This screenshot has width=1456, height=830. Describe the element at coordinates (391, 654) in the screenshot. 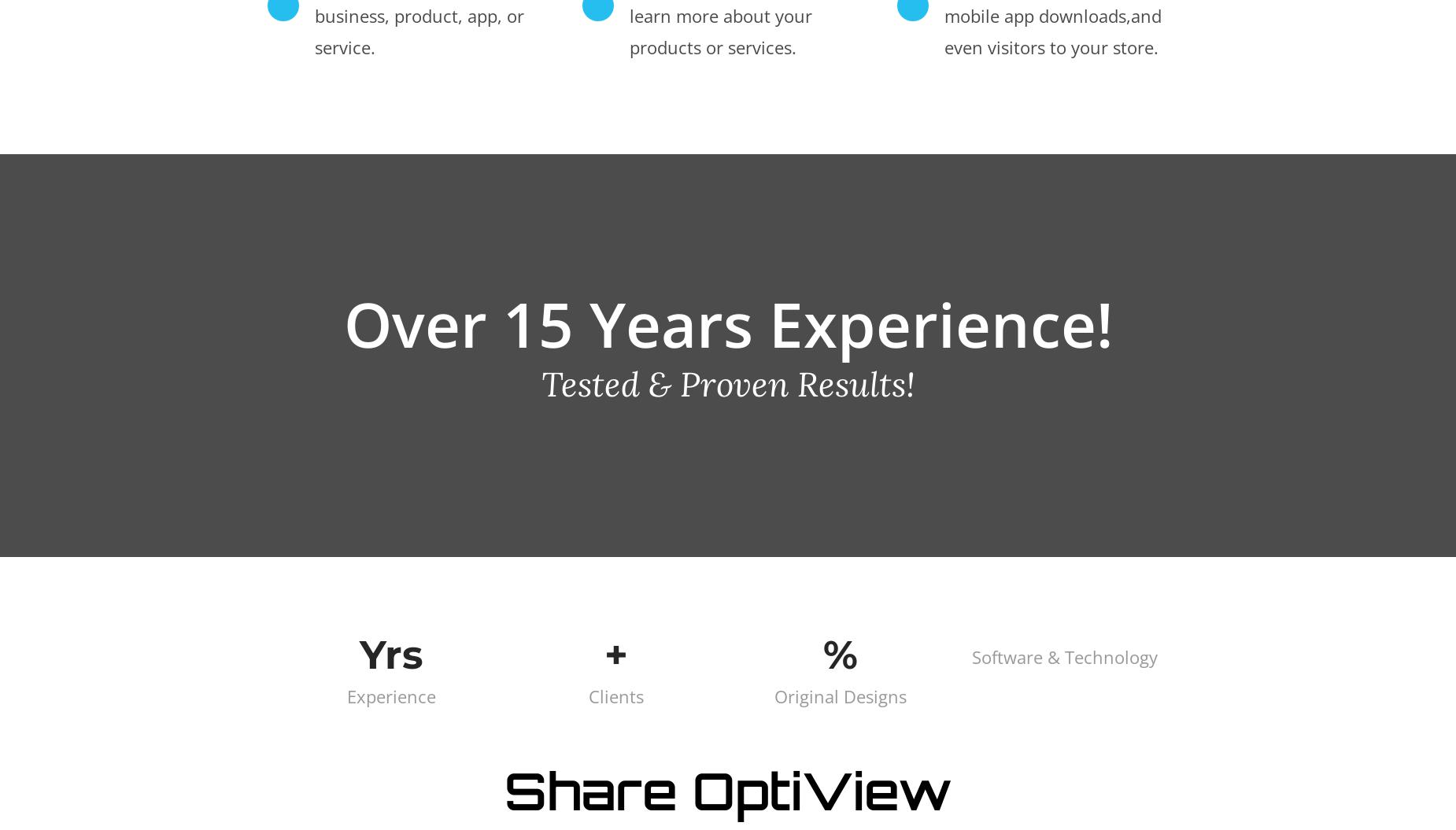

I see `'Yrs'` at that location.